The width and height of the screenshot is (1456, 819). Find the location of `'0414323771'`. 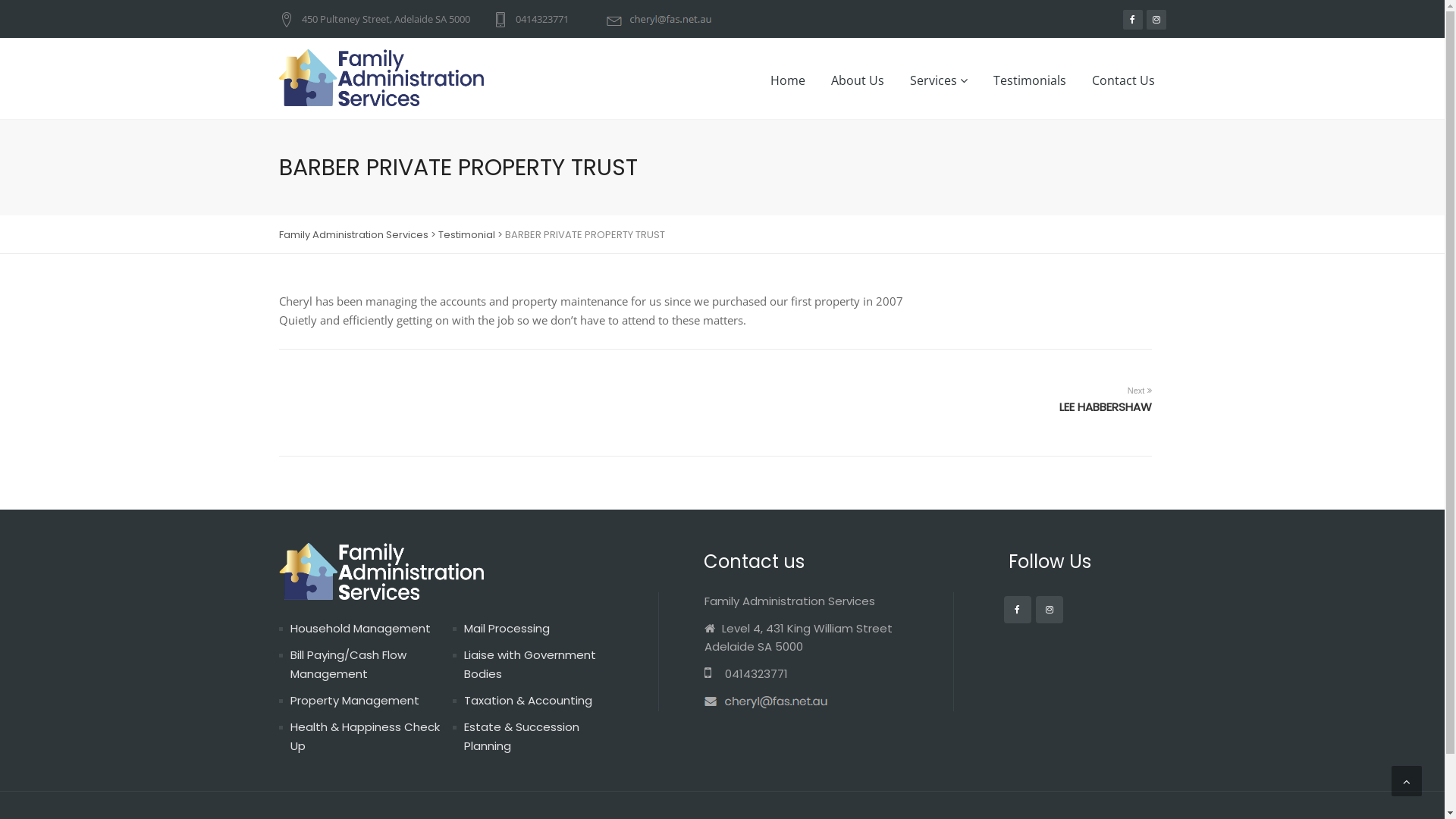

'0414323771' is located at coordinates (492, 17).